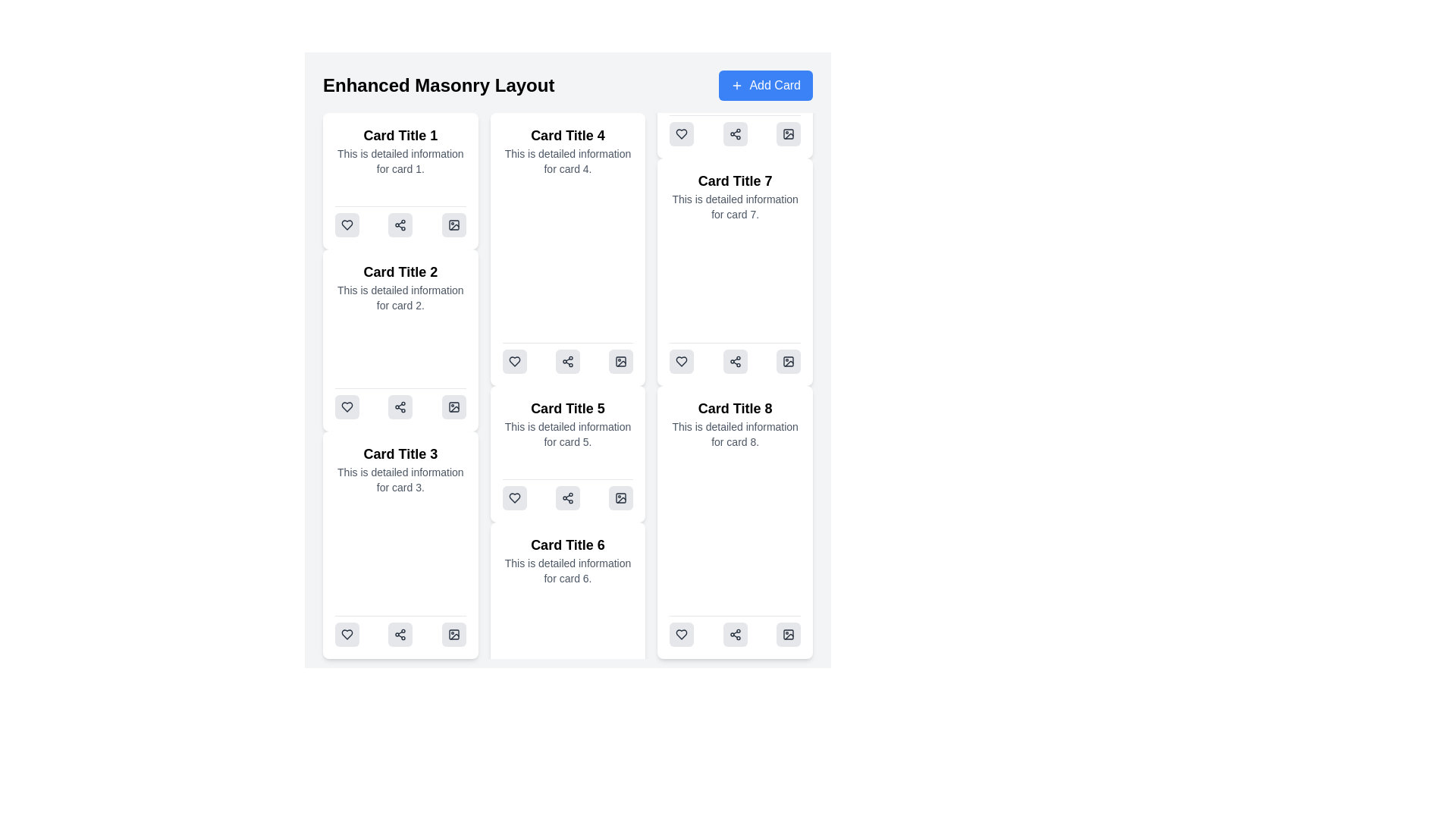 The image size is (1456, 819). I want to click on the content display card that summarizes an item or data, located in the first column and first row of the grid layout, so click(400, 180).